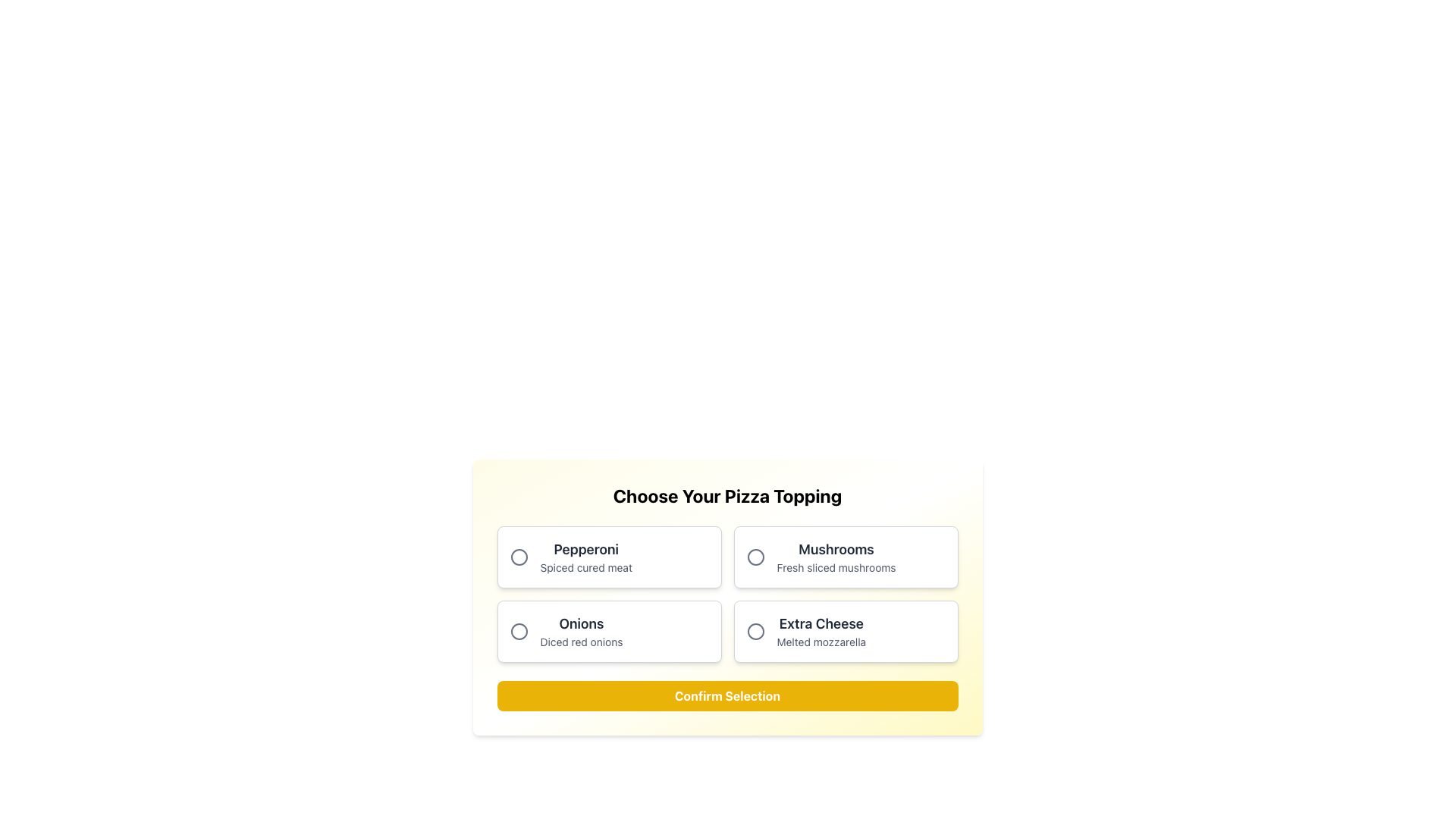  Describe the element at coordinates (845, 557) in the screenshot. I see `the 'Mushrooms' selectable card option` at that location.